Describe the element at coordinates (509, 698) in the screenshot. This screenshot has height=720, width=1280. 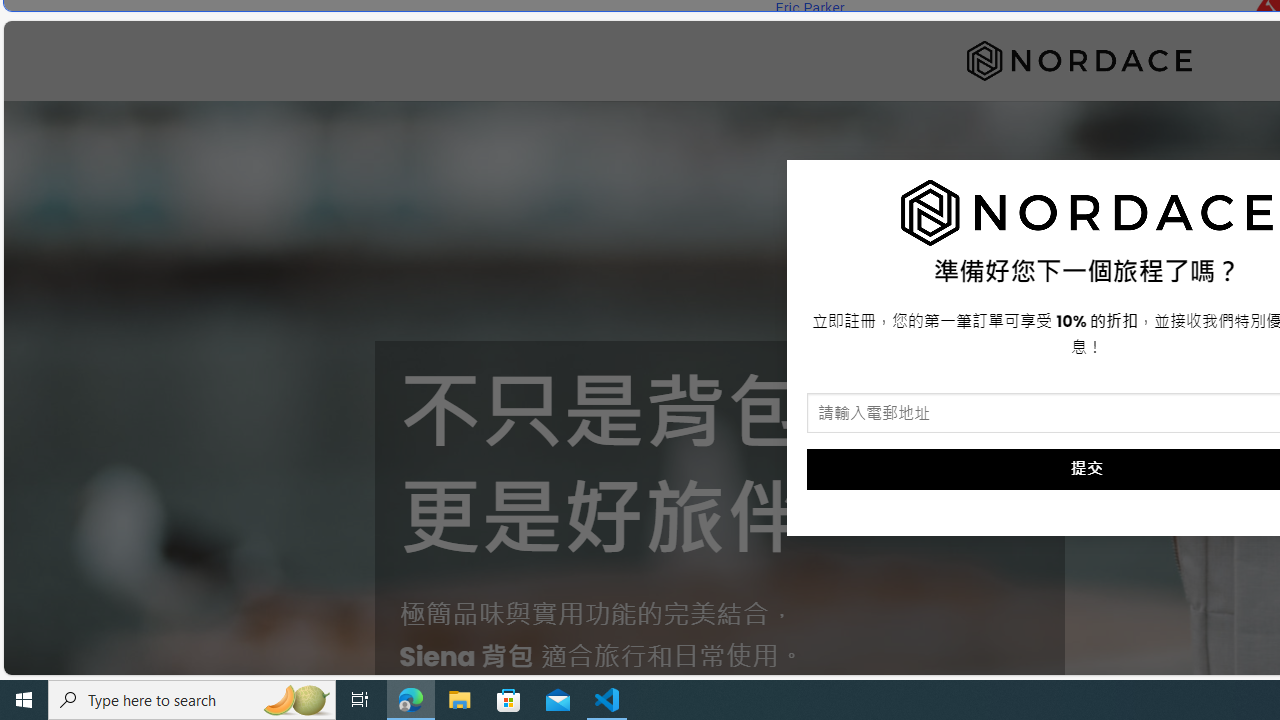
I see `'Microsoft Store'` at that location.